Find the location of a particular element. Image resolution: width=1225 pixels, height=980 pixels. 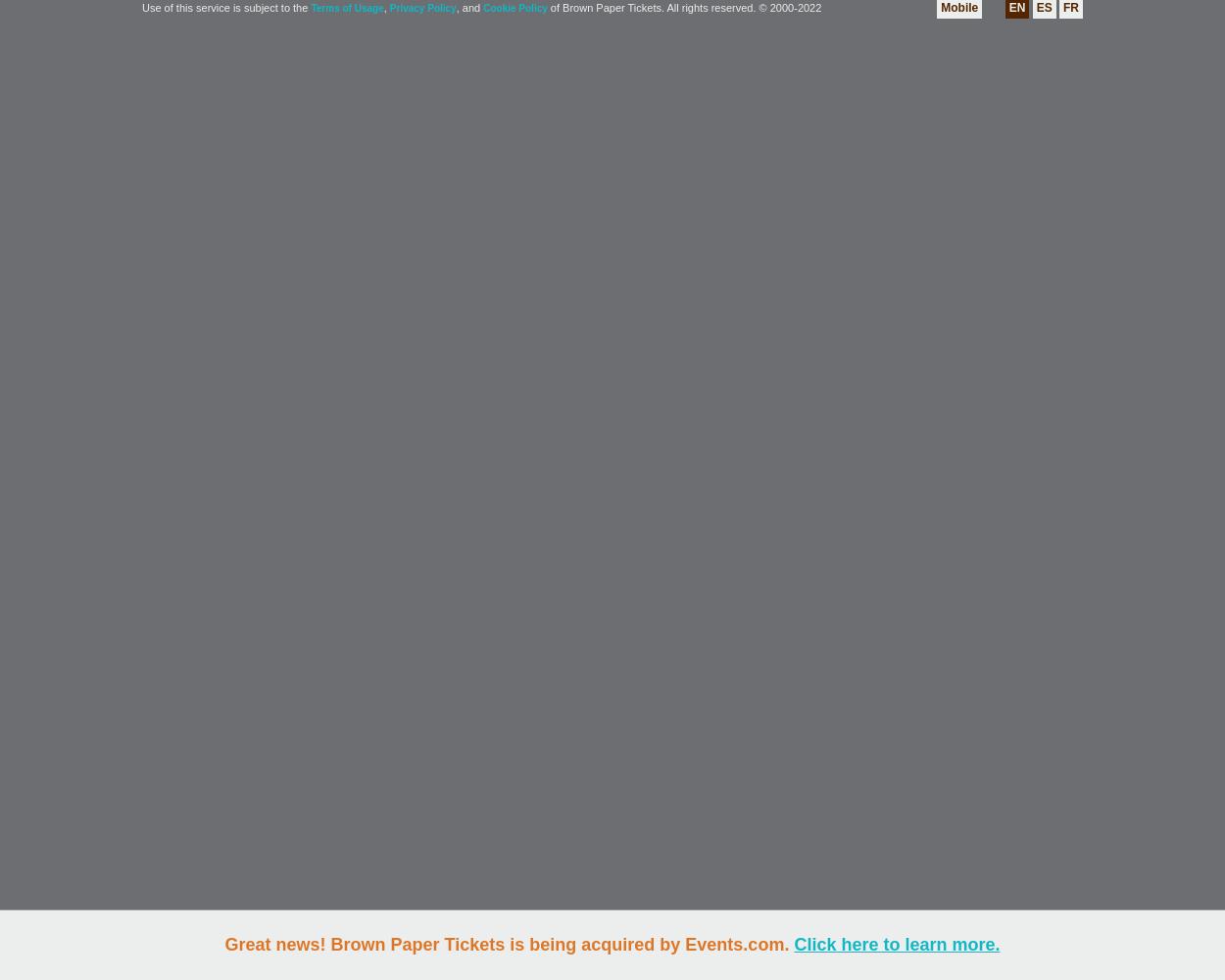

'Click here to learn more.' is located at coordinates (897, 944).